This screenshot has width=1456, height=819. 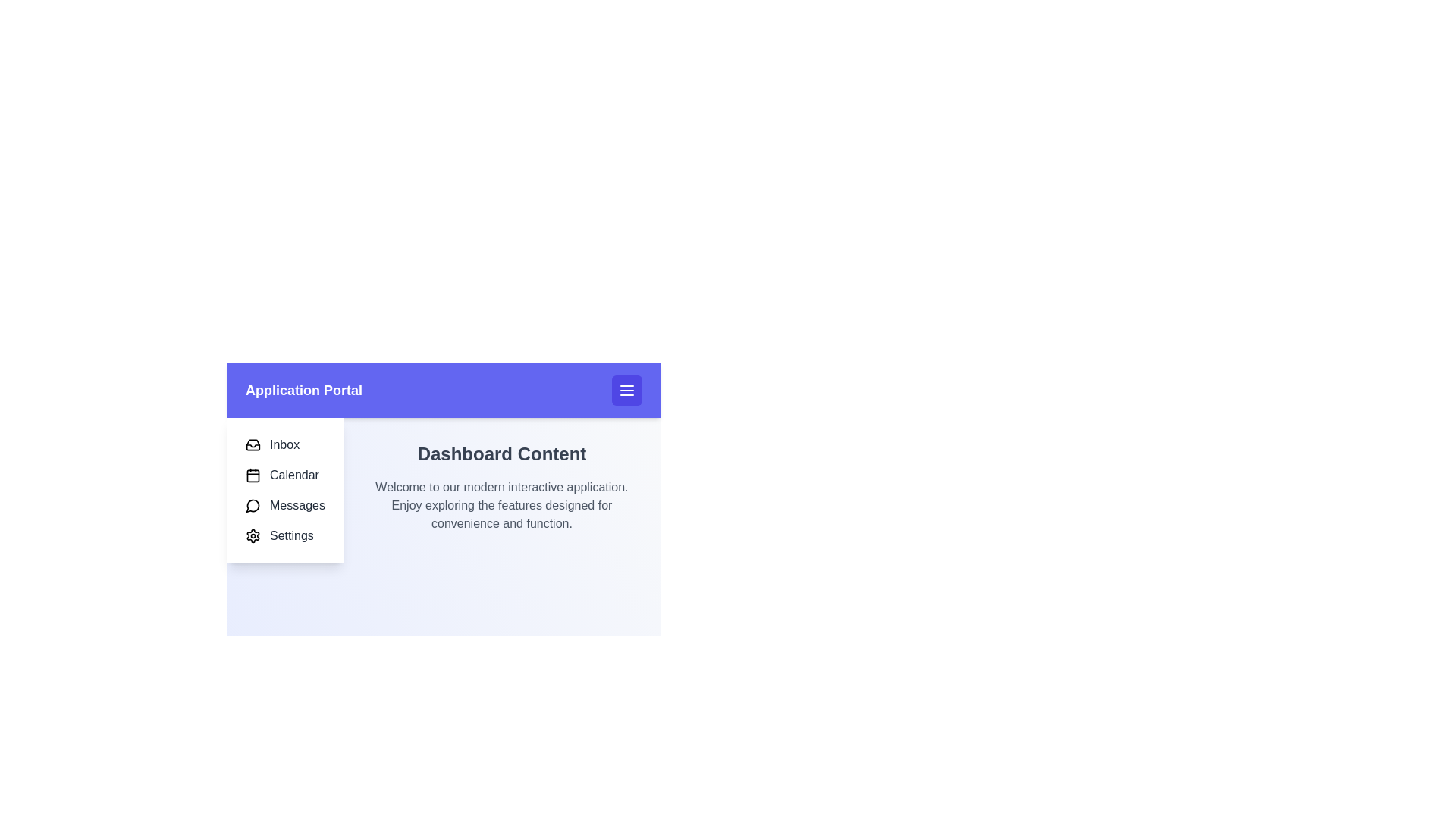 What do you see at coordinates (285, 475) in the screenshot?
I see `the 'Calendar' navigation menu item, which features a calendar icon and bold text` at bounding box center [285, 475].